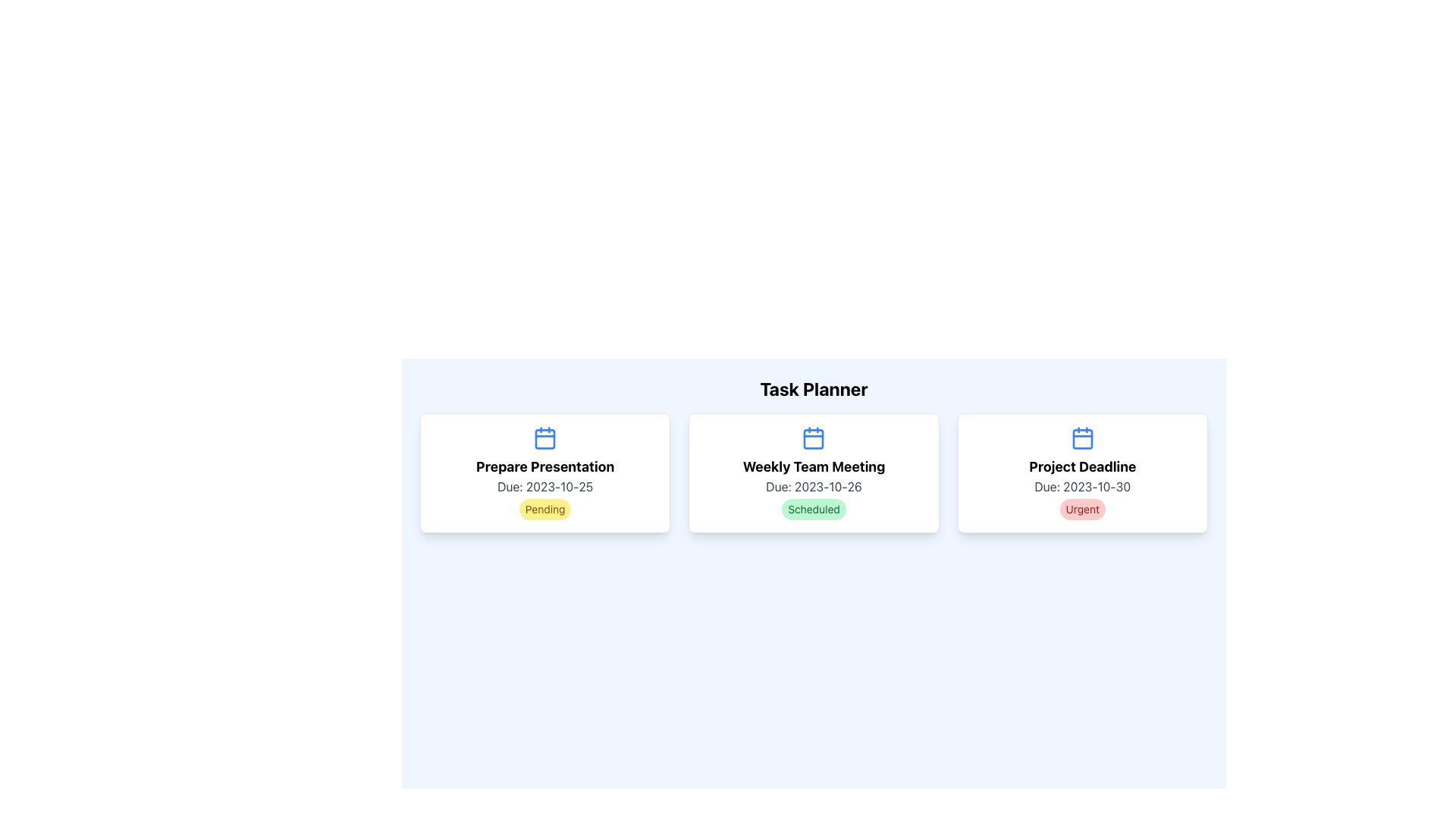  Describe the element at coordinates (813, 439) in the screenshot. I see `the details of the Decorative SVG Element, which is a blue rectangular icon resembling a calendar with rounded edges, located in the Task Planner section of the interface` at that location.